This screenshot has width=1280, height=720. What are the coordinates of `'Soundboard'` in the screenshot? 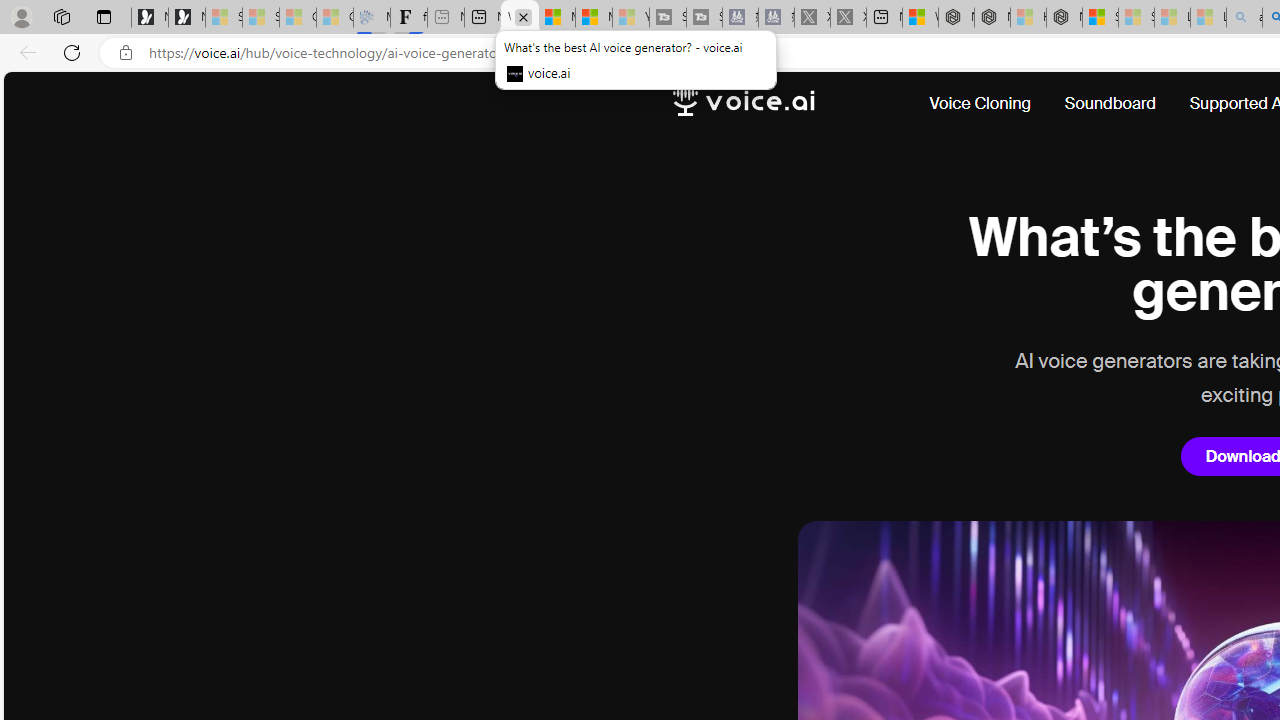 It's located at (1108, 104).